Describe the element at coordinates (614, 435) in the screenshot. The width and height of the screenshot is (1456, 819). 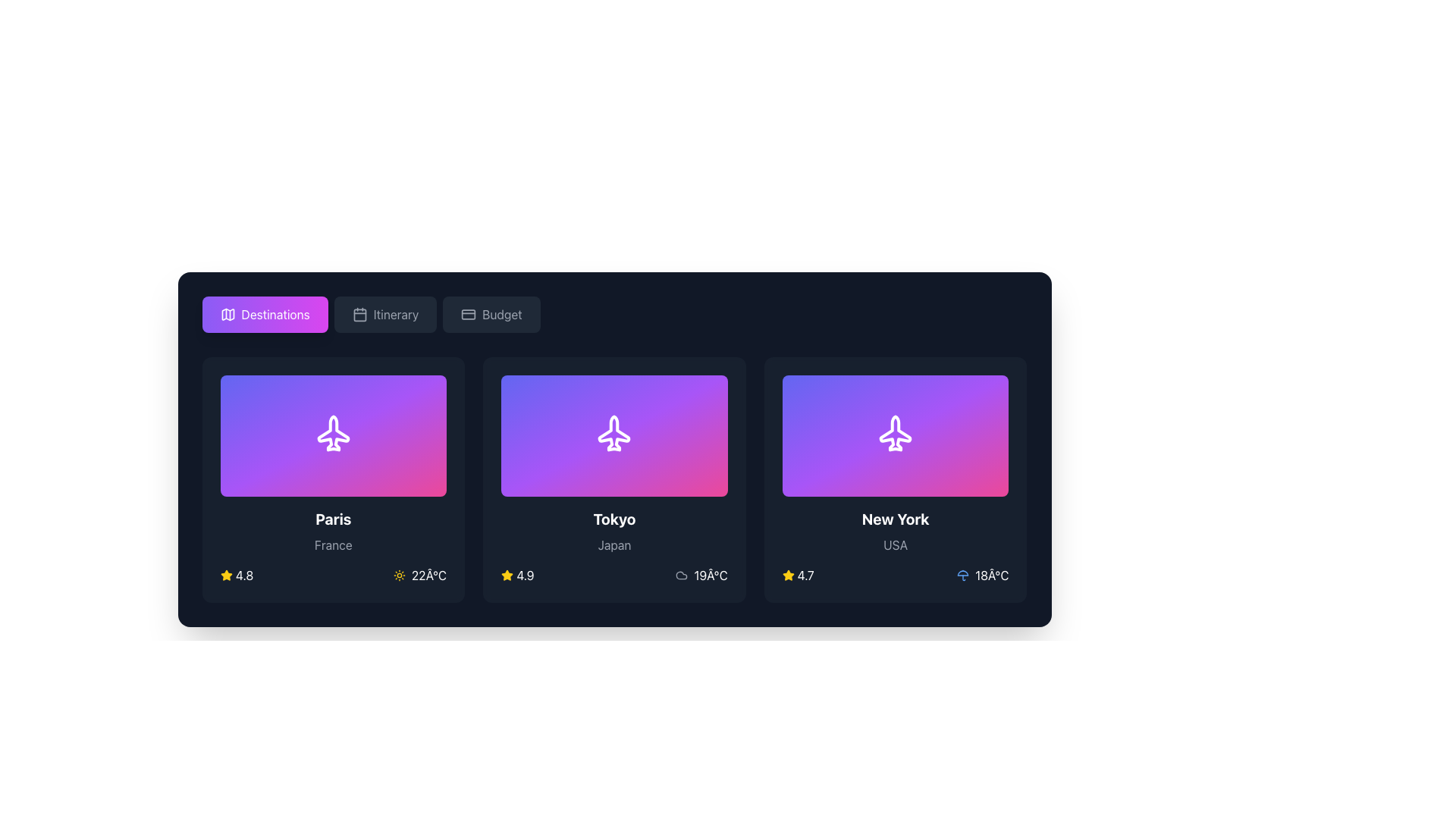
I see `the airplane icon centered within the card labeled 'Tokyo, Japan', which has a white airplane design on a gradient purple-pink background` at that location.